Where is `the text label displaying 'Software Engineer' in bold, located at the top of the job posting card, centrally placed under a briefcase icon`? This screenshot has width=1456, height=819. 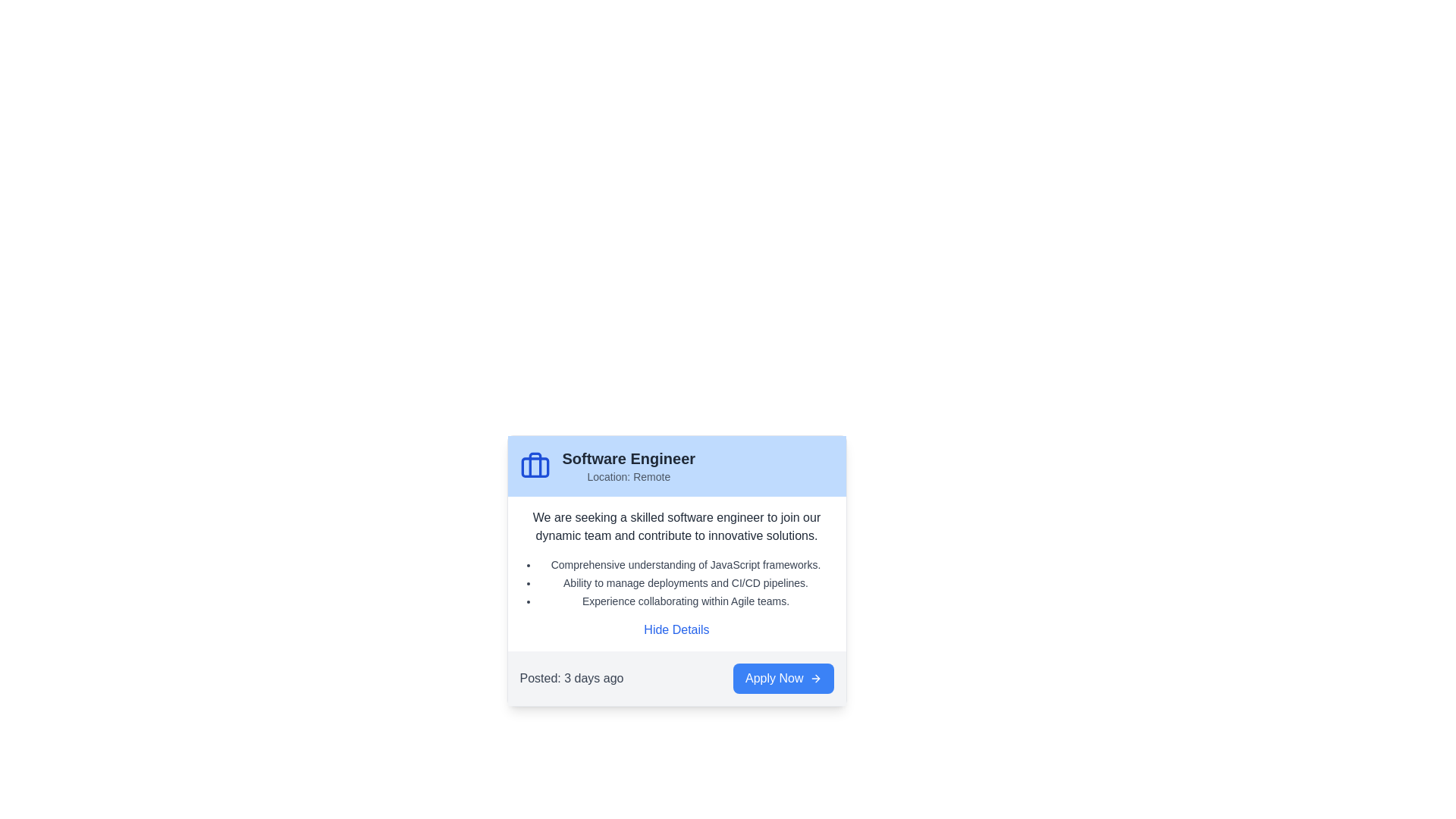
the text label displaying 'Software Engineer' in bold, located at the top of the job posting card, centrally placed under a briefcase icon is located at coordinates (629, 458).